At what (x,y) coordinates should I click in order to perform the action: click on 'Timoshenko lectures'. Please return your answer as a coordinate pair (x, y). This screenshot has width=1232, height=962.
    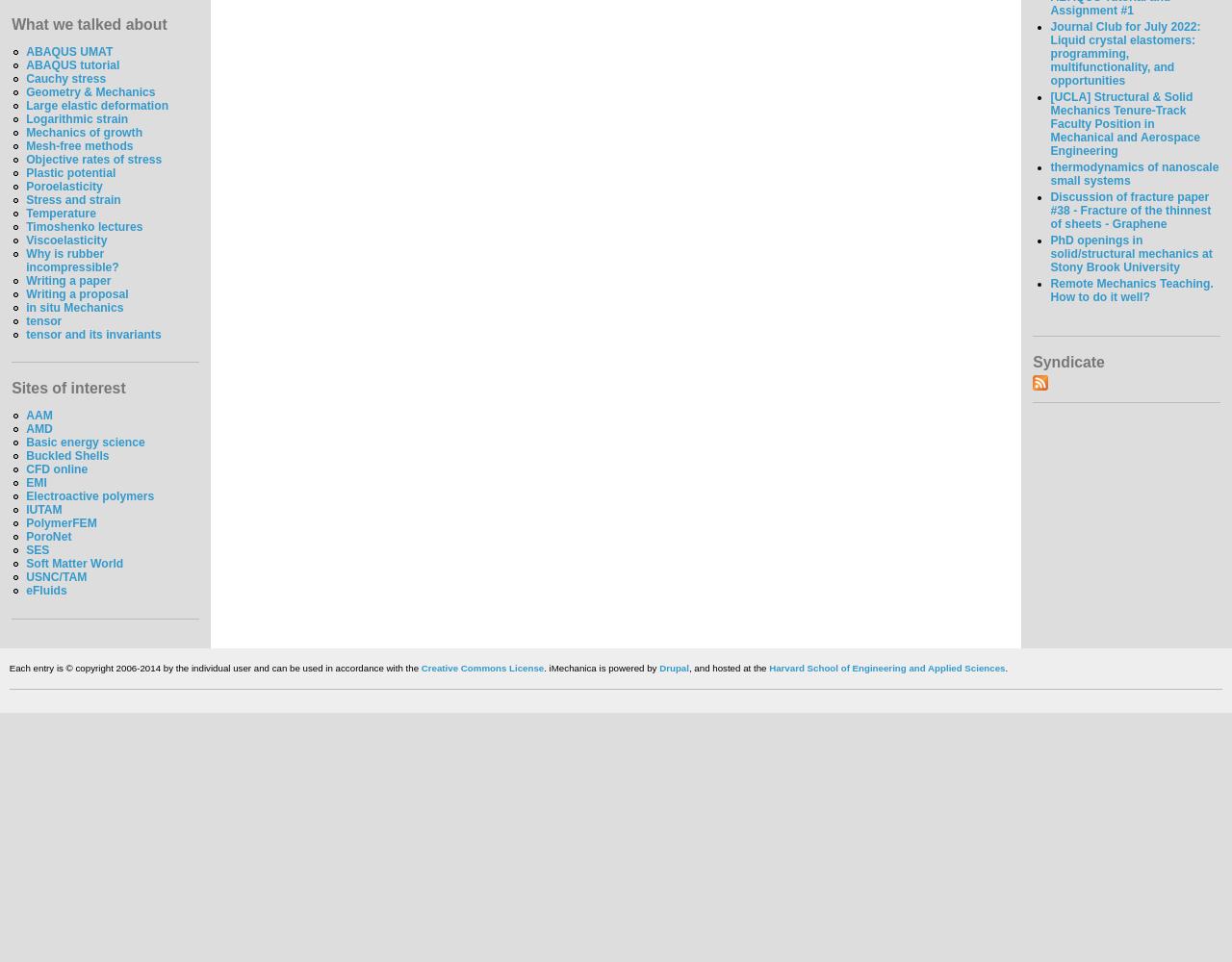
    Looking at the image, I should click on (83, 225).